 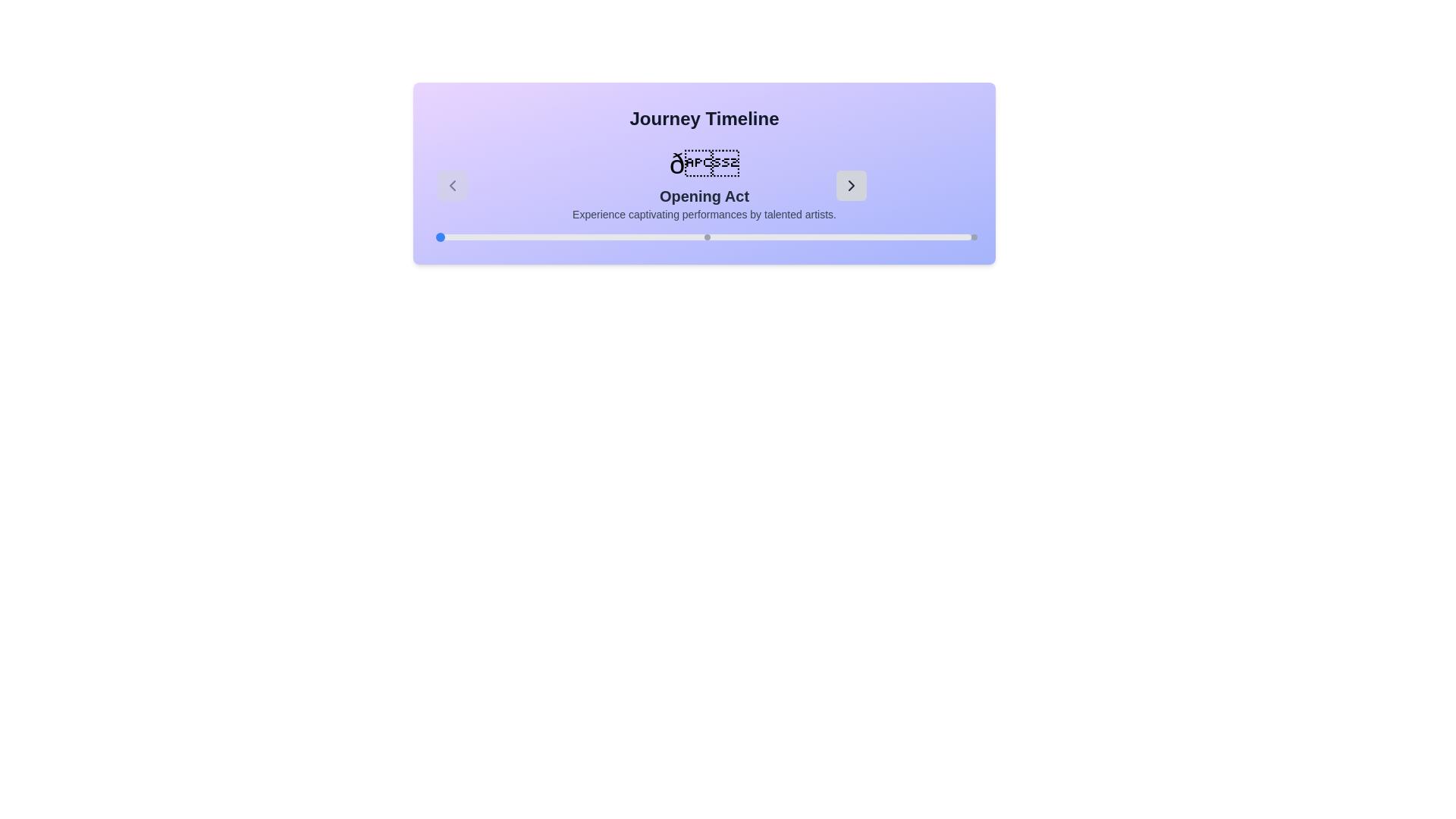 I want to click on the small, square-shaped button with rounded corners, styled in light gray and featuring a leftward-pointing chevron icon, so click(x=451, y=185).